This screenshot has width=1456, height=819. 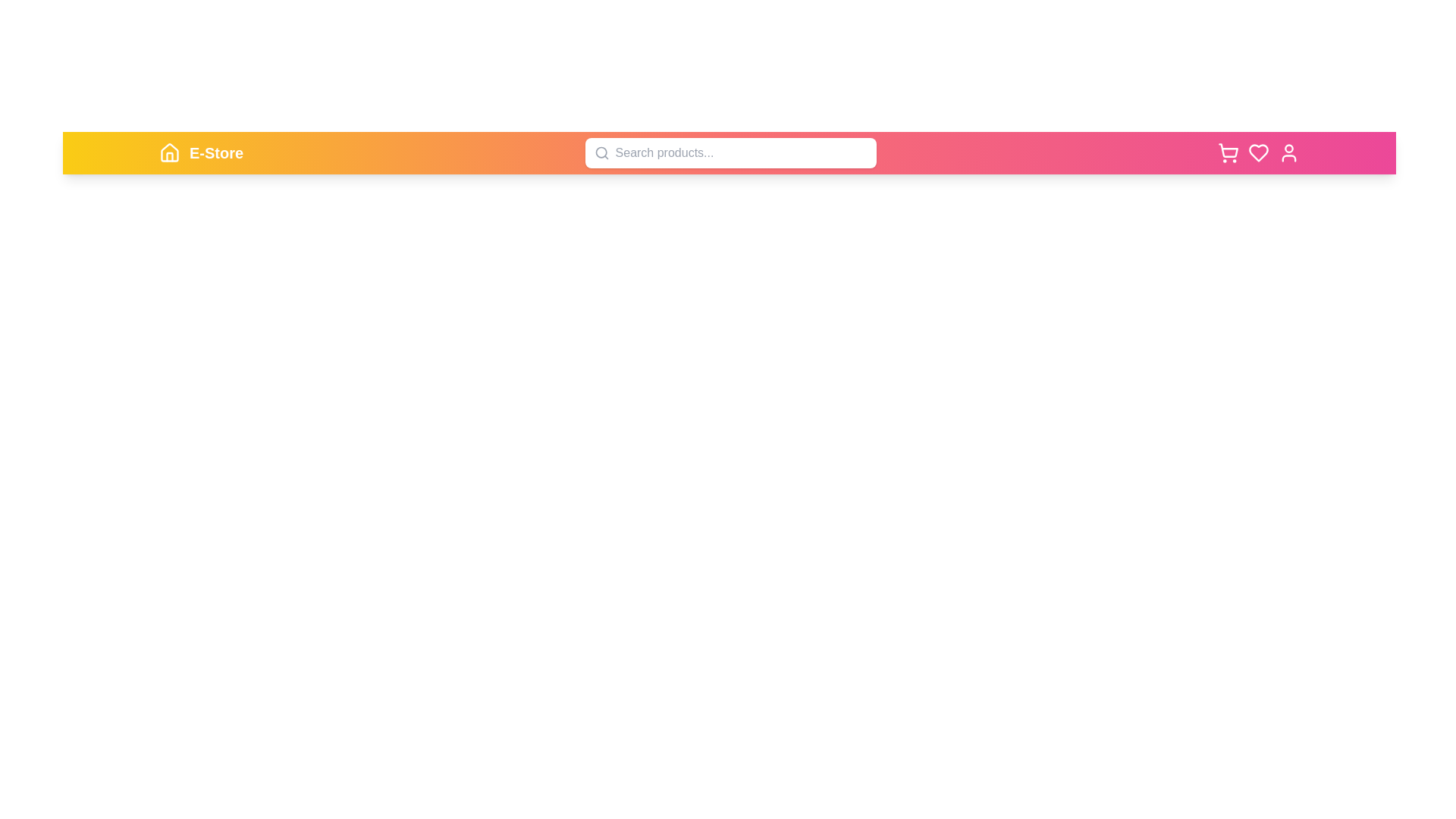 I want to click on the heart icon to trigger its hover effect, so click(x=1259, y=152).